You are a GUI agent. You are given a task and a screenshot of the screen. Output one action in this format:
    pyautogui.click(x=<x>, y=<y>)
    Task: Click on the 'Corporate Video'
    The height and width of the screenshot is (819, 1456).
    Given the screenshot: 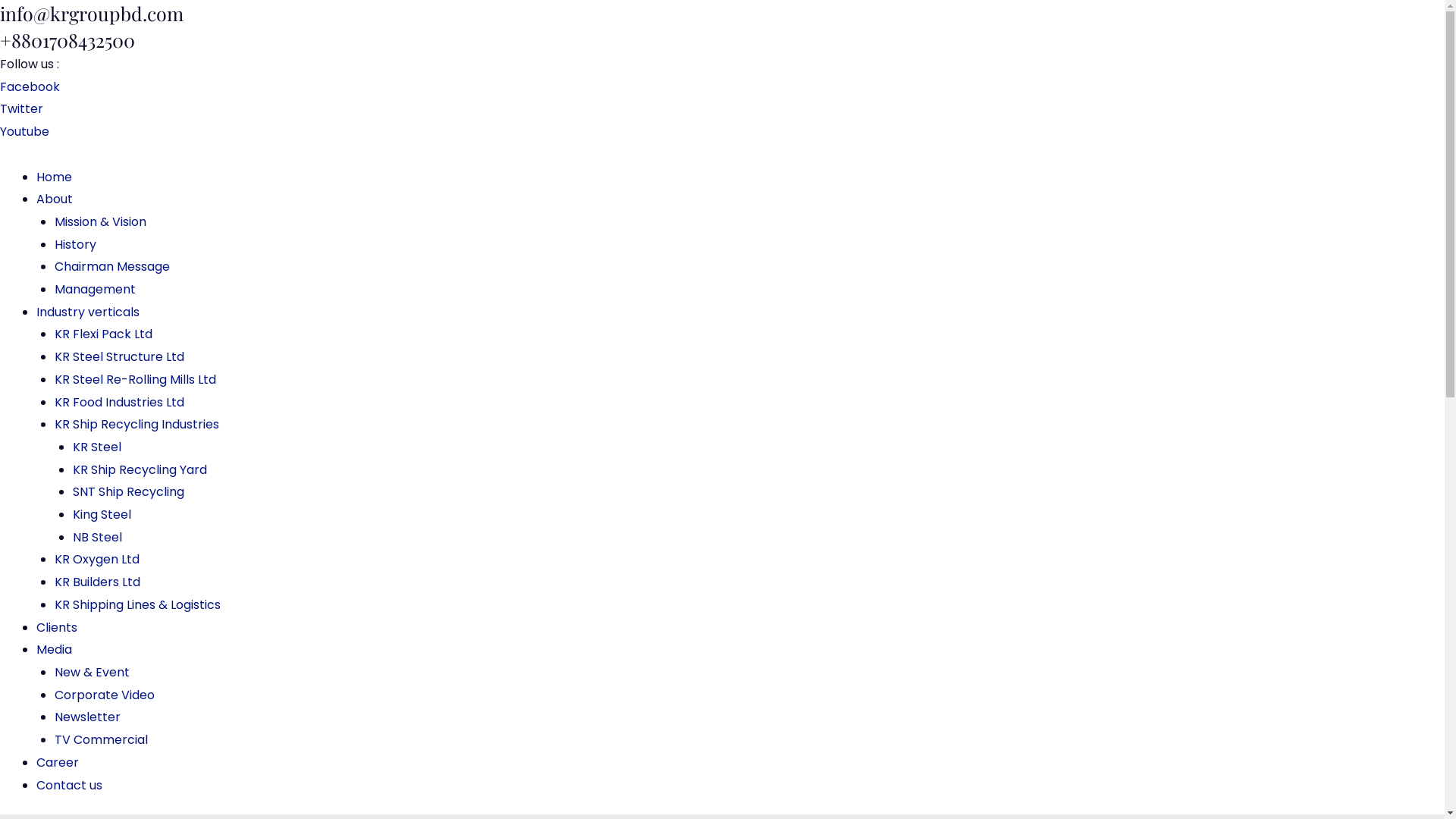 What is the action you would take?
    pyautogui.click(x=104, y=695)
    